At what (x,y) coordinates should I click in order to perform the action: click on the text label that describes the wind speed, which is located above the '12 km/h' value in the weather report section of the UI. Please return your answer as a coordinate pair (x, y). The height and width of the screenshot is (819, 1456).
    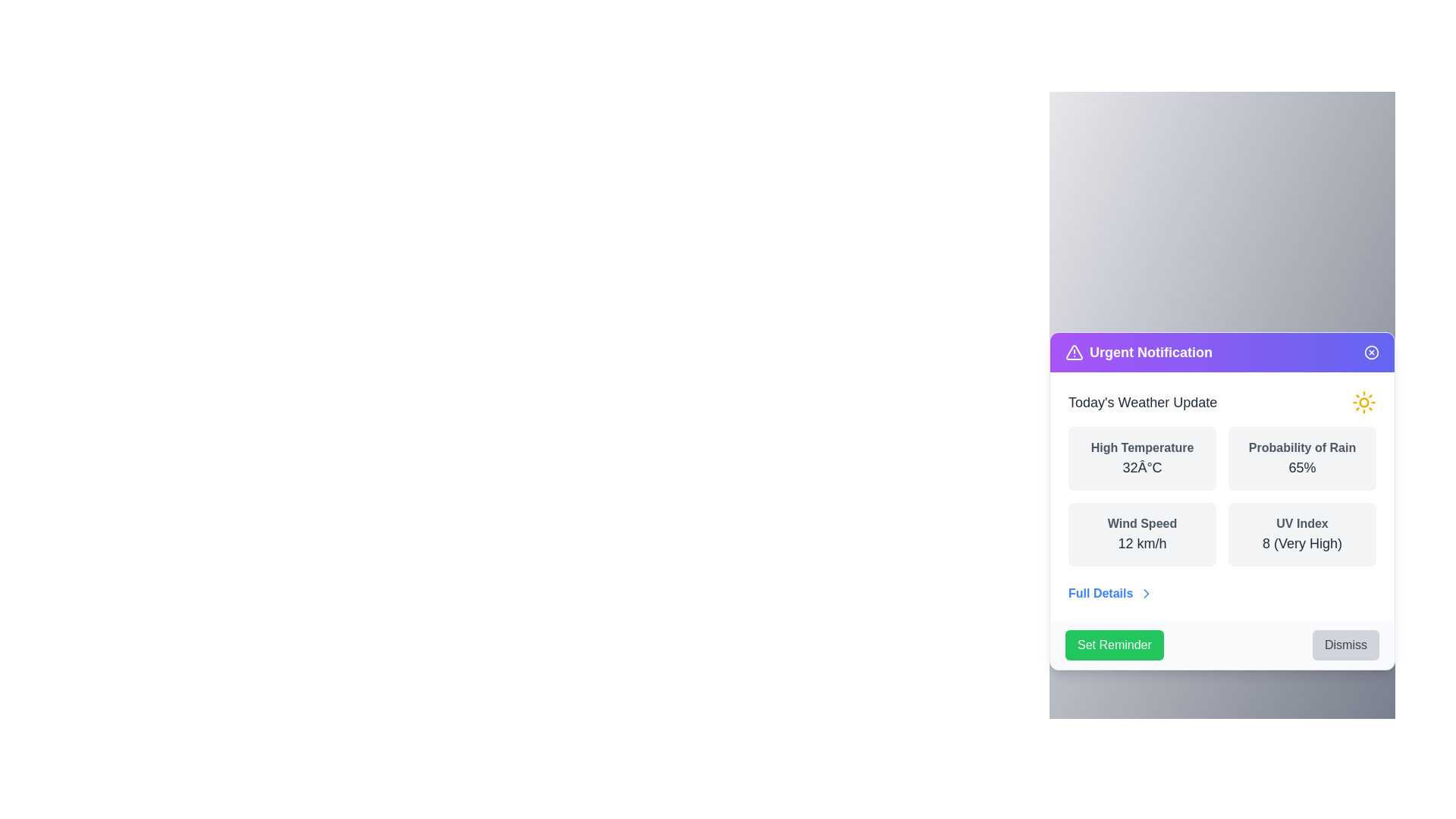
    Looking at the image, I should click on (1142, 522).